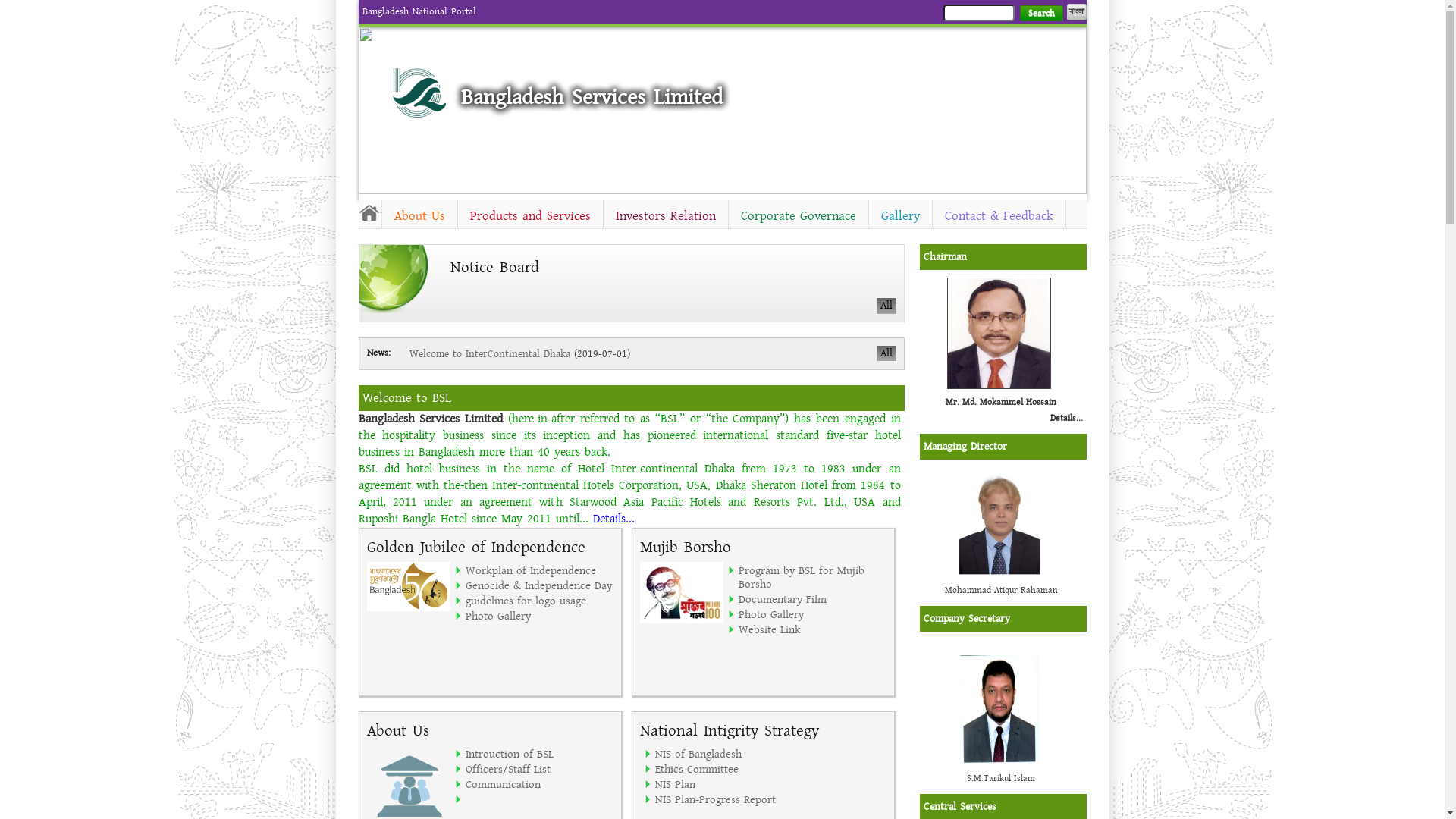  What do you see at coordinates (465, 783) in the screenshot?
I see `'Communication'` at bounding box center [465, 783].